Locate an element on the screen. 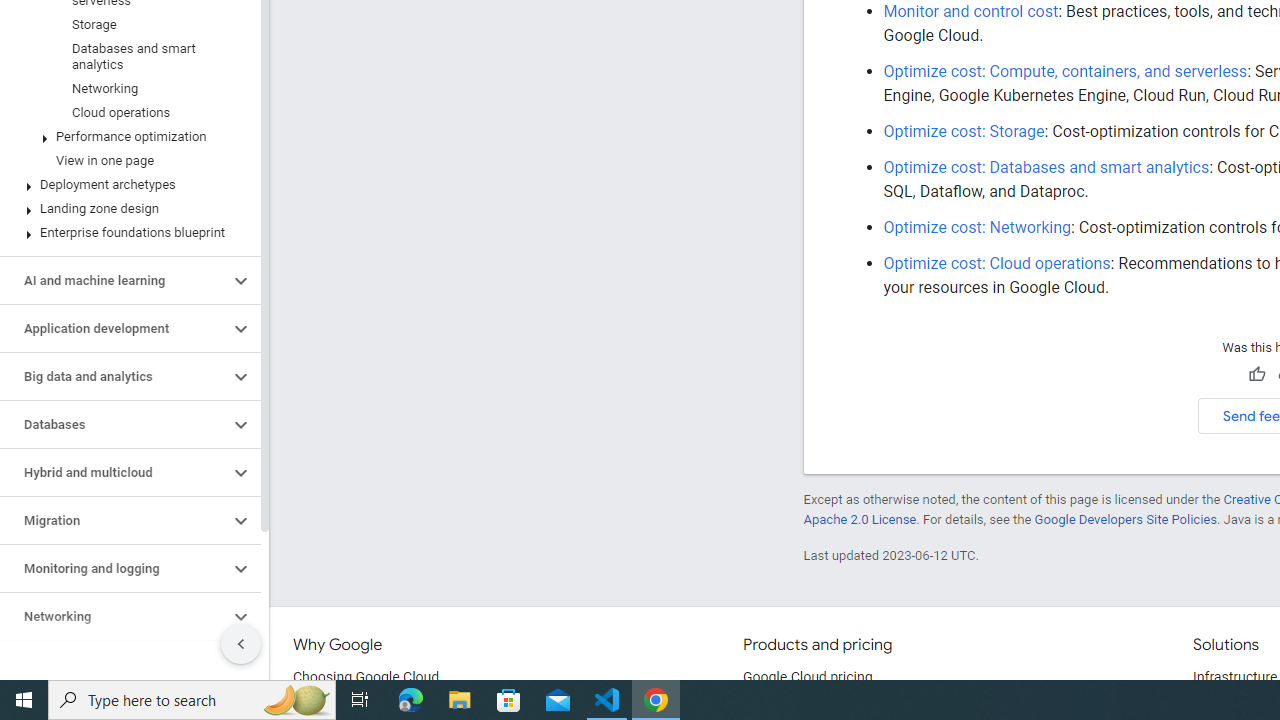 Image resolution: width=1280 pixels, height=720 pixels. 'Google Developers Site Policies' is located at coordinates (1125, 518).